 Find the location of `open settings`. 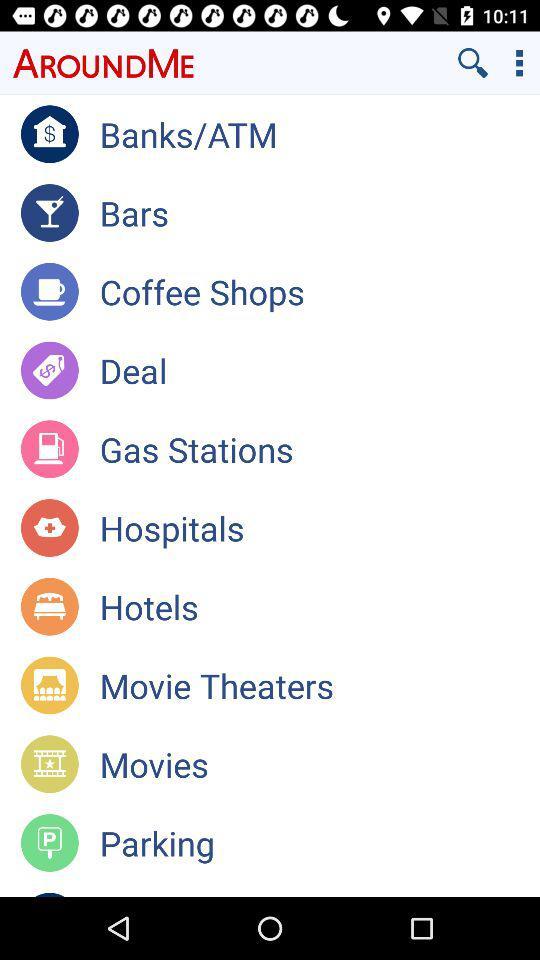

open settings is located at coordinates (519, 62).